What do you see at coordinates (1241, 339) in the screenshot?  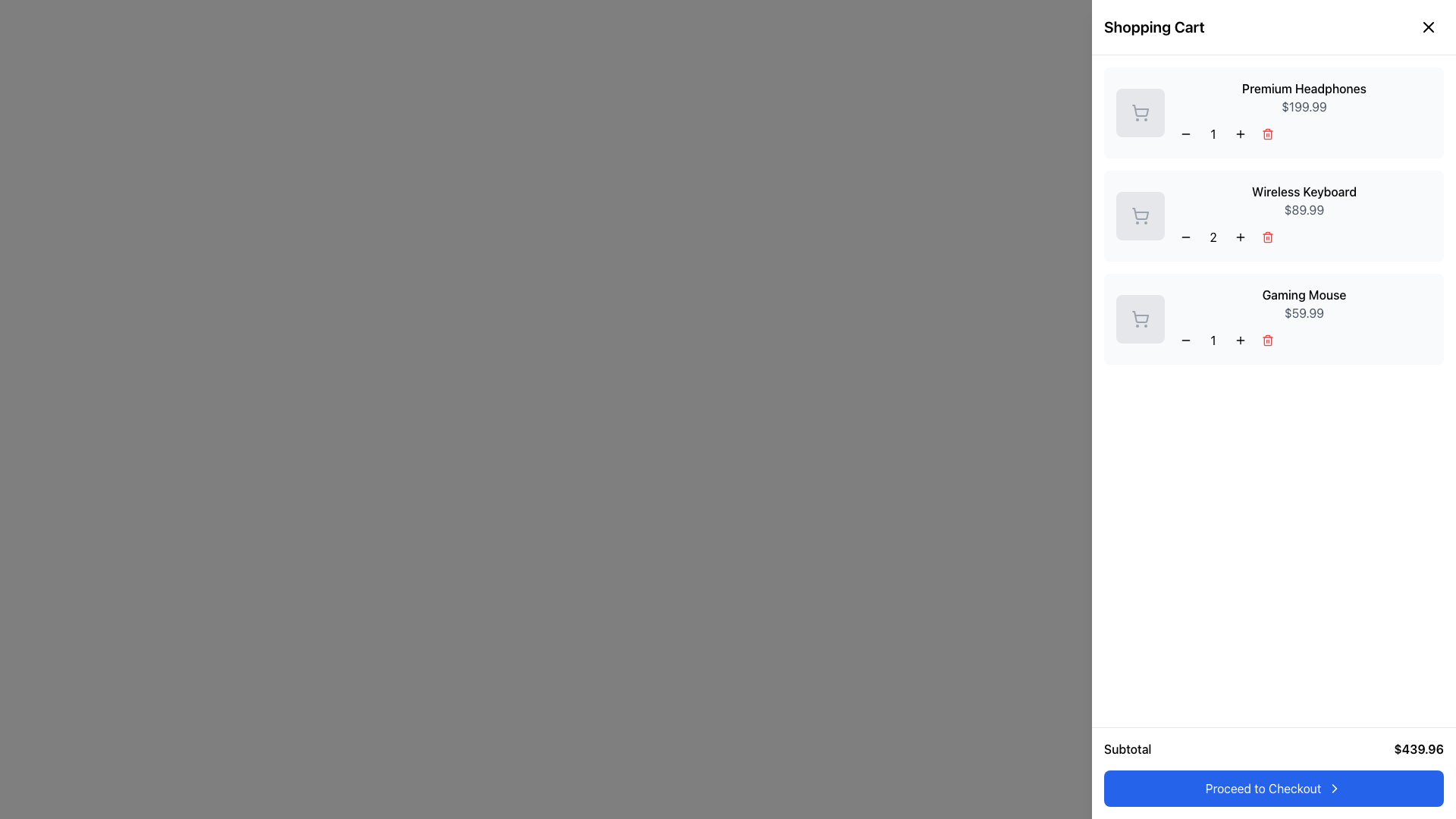 I see `the '+' button for increasing the quantity of the 'Gaming Mouse' in the shopping cart view` at bounding box center [1241, 339].